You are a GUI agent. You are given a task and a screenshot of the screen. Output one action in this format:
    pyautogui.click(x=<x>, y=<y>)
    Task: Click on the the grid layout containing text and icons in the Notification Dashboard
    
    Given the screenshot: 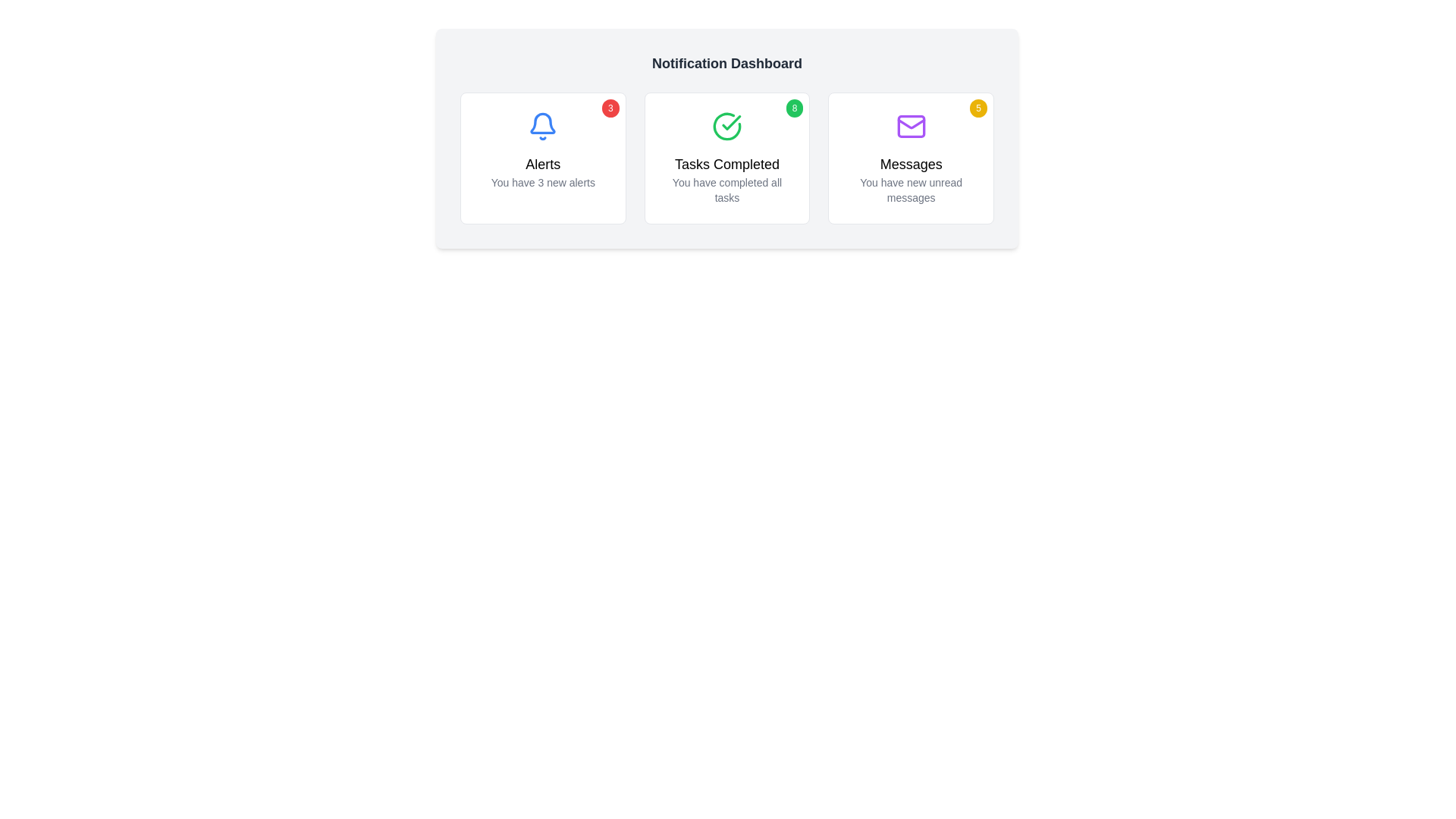 What is the action you would take?
    pyautogui.click(x=726, y=158)
    